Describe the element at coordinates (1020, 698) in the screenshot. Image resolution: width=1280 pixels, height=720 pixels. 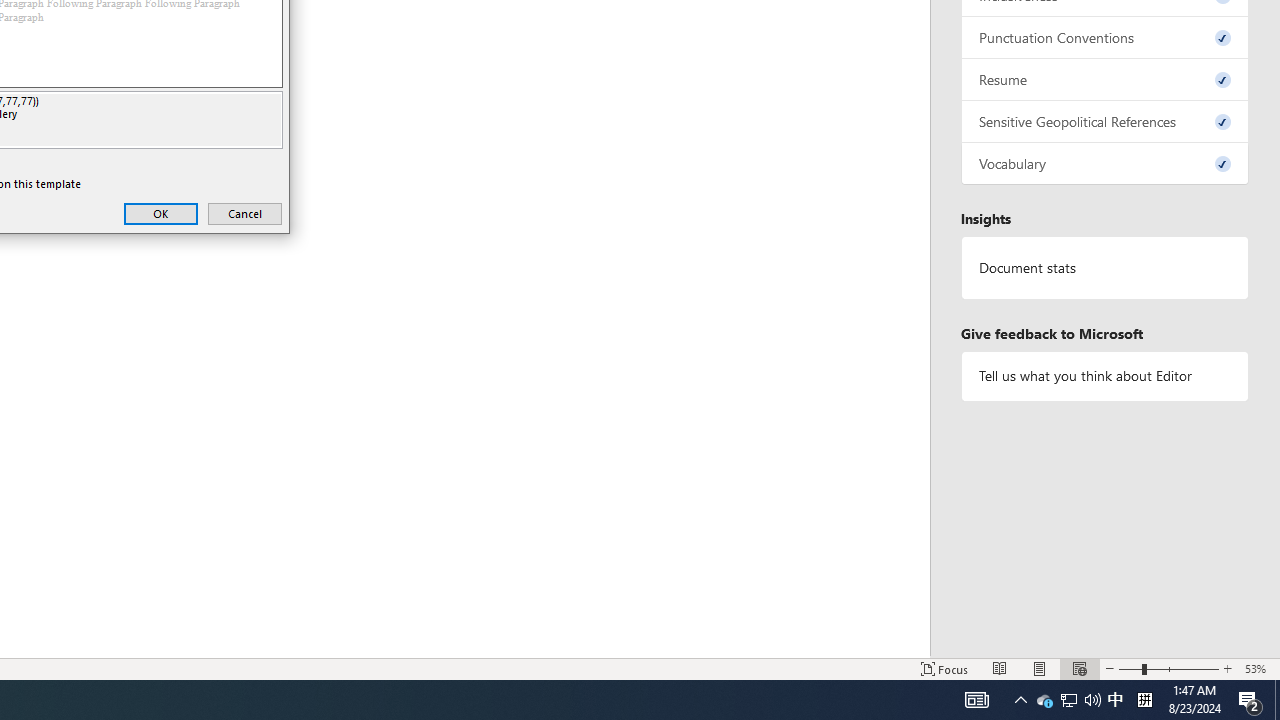
I see `'AutomationID: 4105'` at that location.